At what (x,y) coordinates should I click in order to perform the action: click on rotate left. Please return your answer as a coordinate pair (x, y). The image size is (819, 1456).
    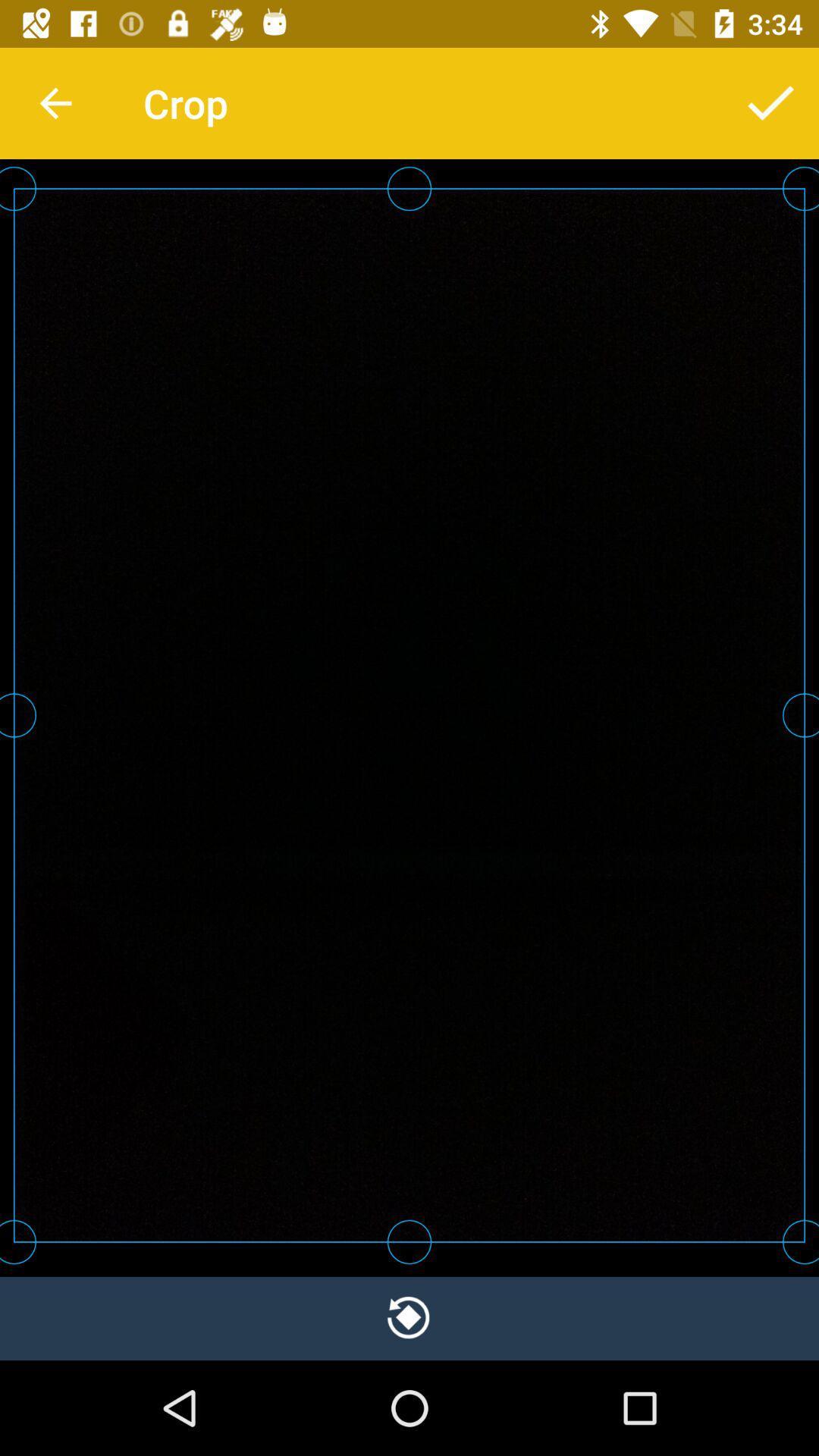
    Looking at the image, I should click on (409, 1317).